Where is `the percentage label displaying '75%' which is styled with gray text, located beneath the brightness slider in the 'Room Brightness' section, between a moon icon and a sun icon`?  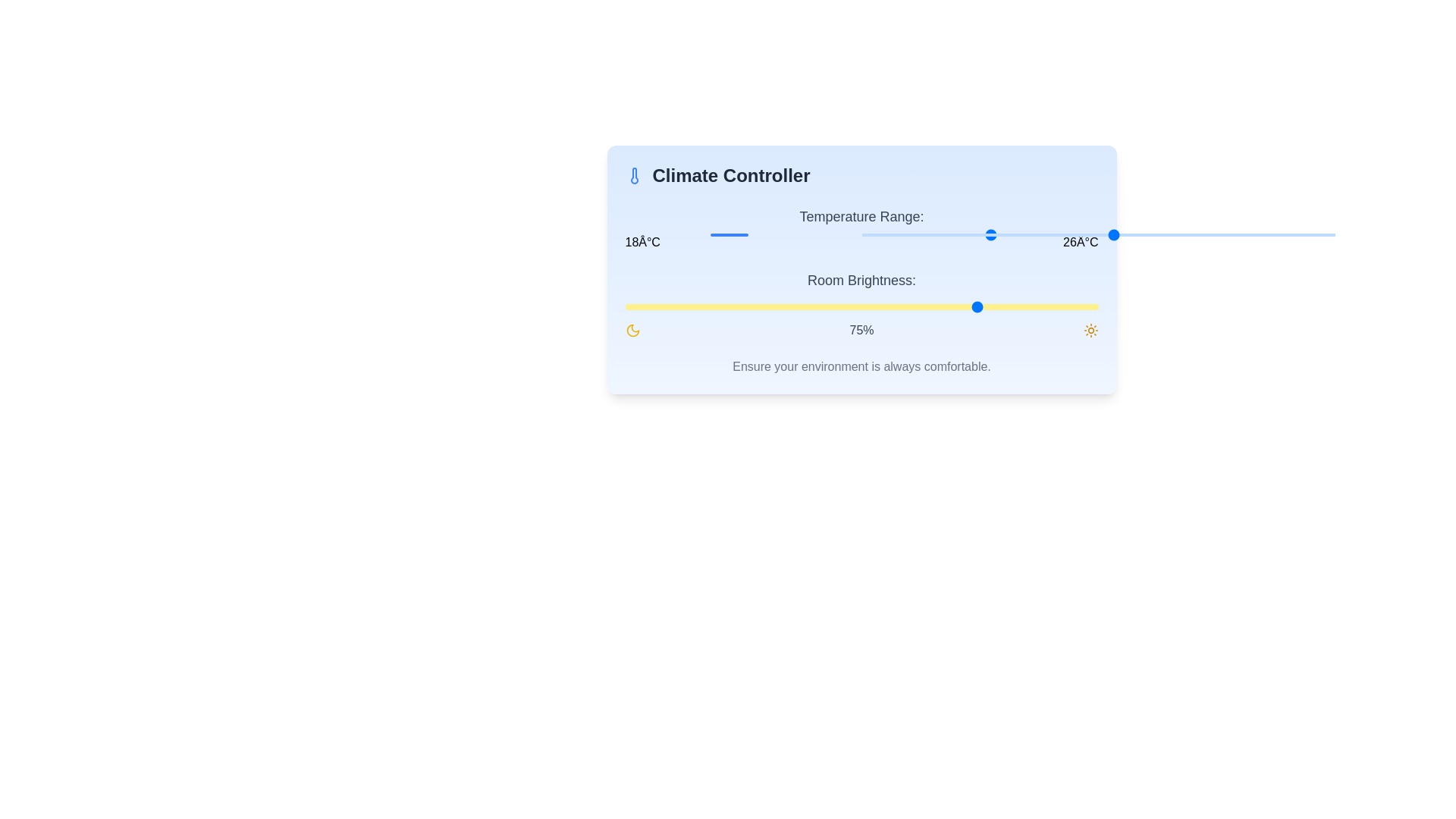
the percentage label displaying '75%' which is styled with gray text, located beneath the brightness slider in the 'Room Brightness' section, between a moon icon and a sun icon is located at coordinates (861, 329).